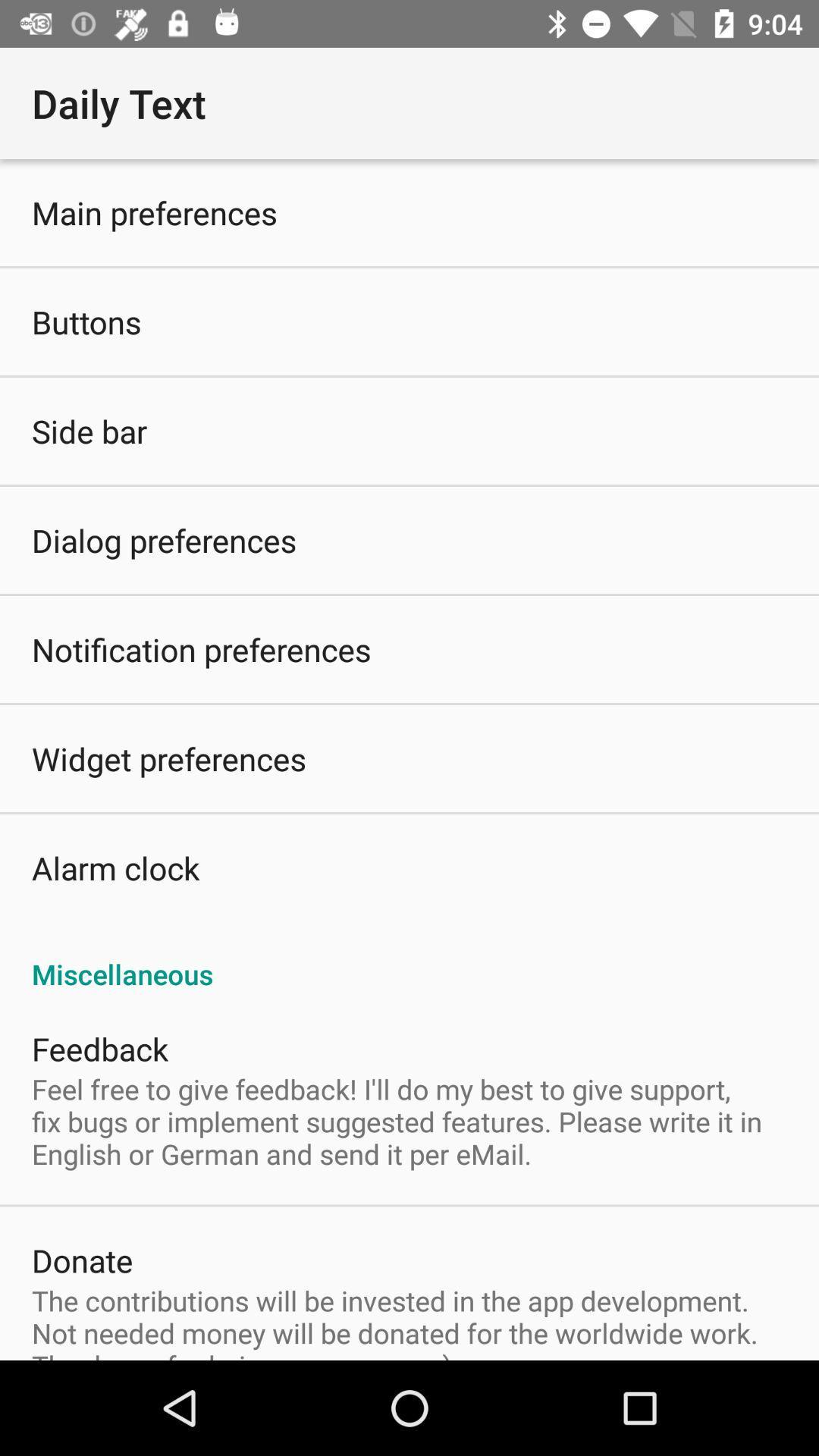 This screenshot has width=819, height=1456. Describe the element at coordinates (89, 430) in the screenshot. I see `the icon below buttons item` at that location.